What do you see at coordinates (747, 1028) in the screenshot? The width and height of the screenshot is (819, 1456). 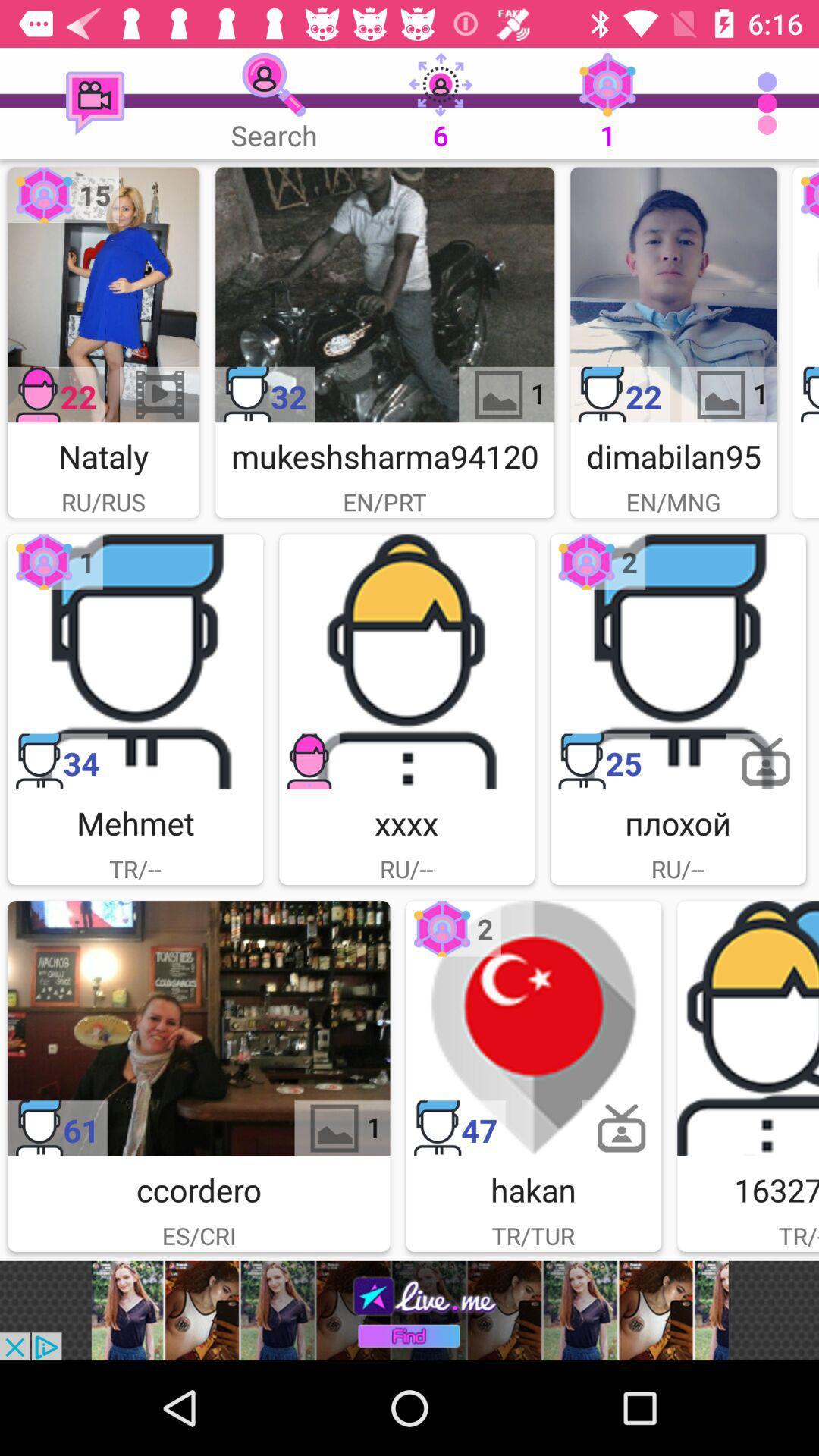 I see `selection choice` at bounding box center [747, 1028].